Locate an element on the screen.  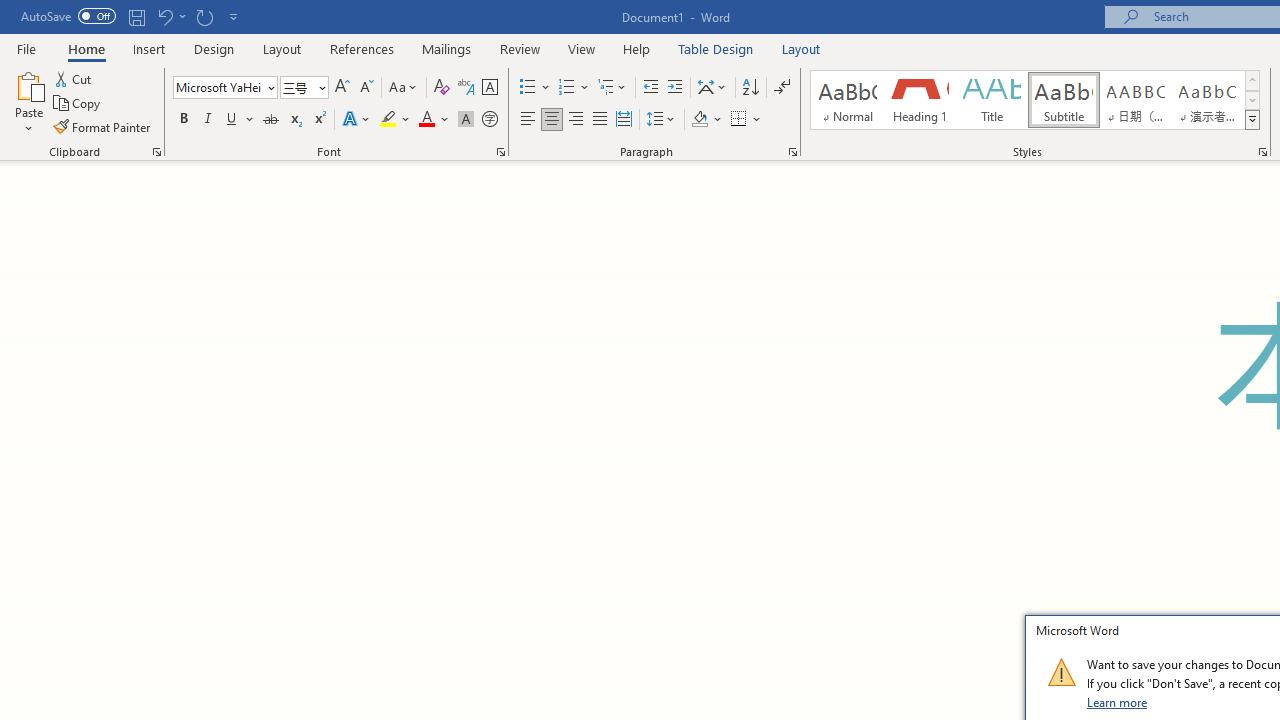
'Undo Grow Font' is located at coordinates (170, 16).